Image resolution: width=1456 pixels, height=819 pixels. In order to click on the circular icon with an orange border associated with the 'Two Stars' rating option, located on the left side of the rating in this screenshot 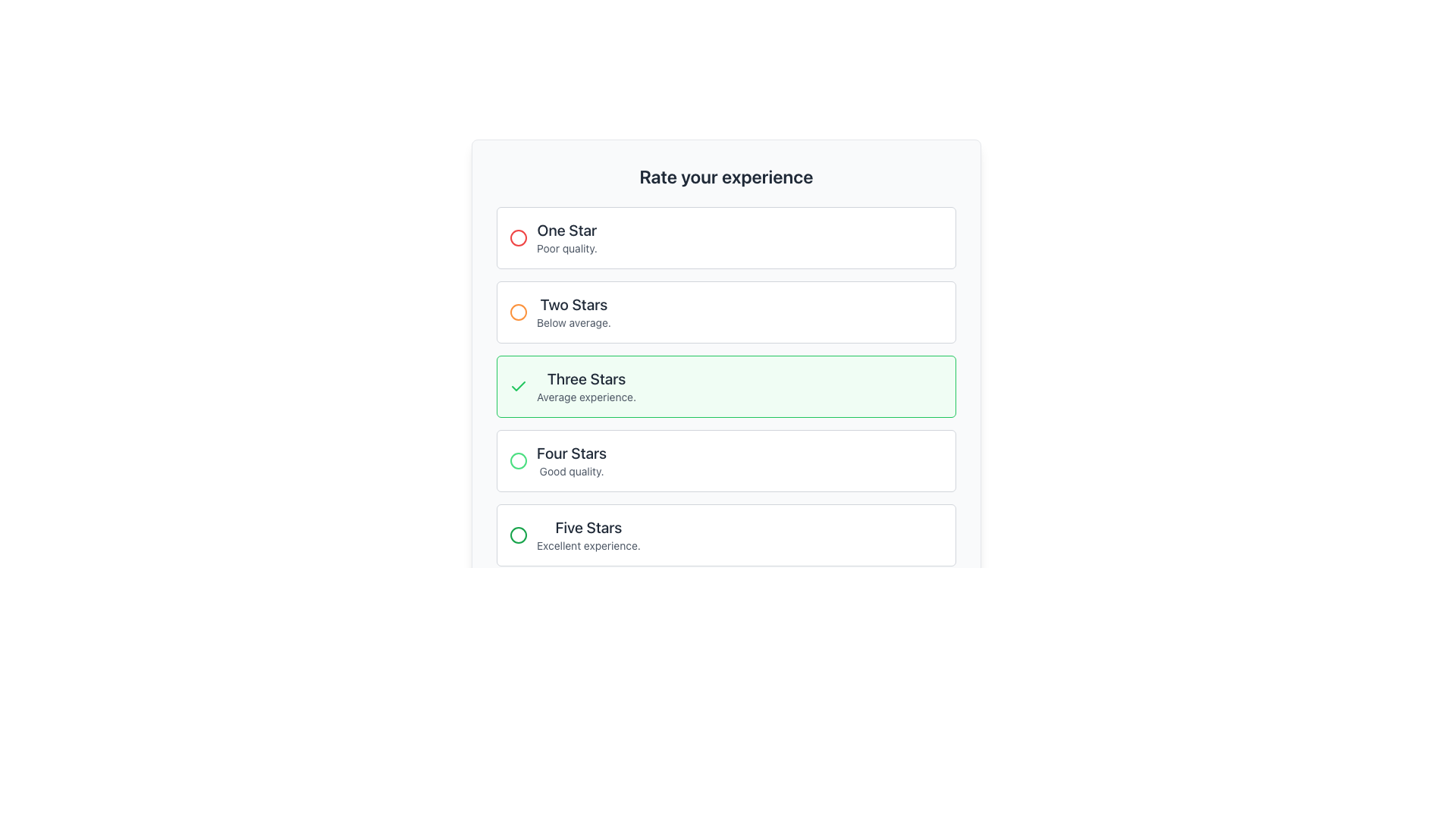, I will do `click(519, 312)`.